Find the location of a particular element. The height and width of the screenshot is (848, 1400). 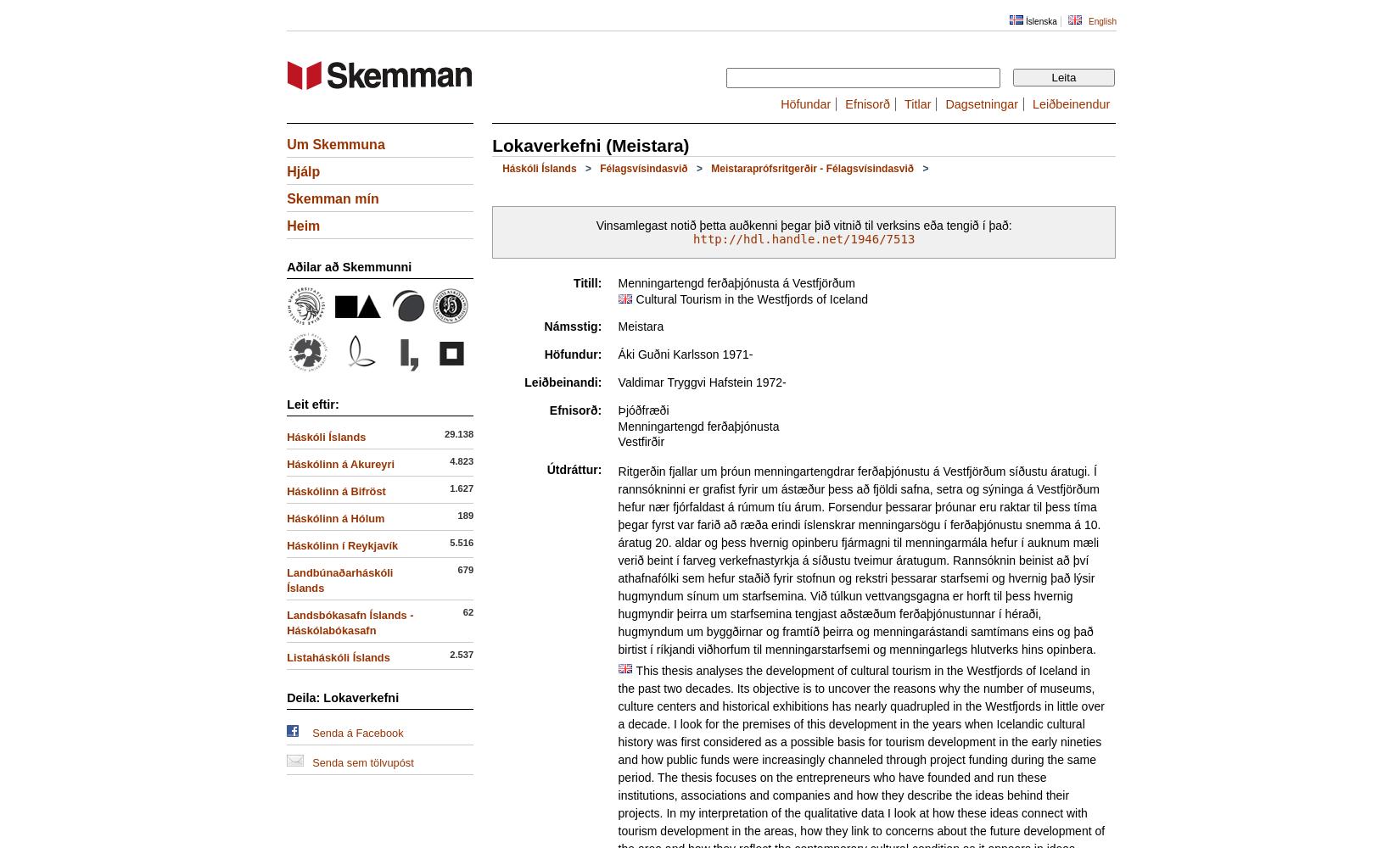

'2.537' is located at coordinates (461, 655).